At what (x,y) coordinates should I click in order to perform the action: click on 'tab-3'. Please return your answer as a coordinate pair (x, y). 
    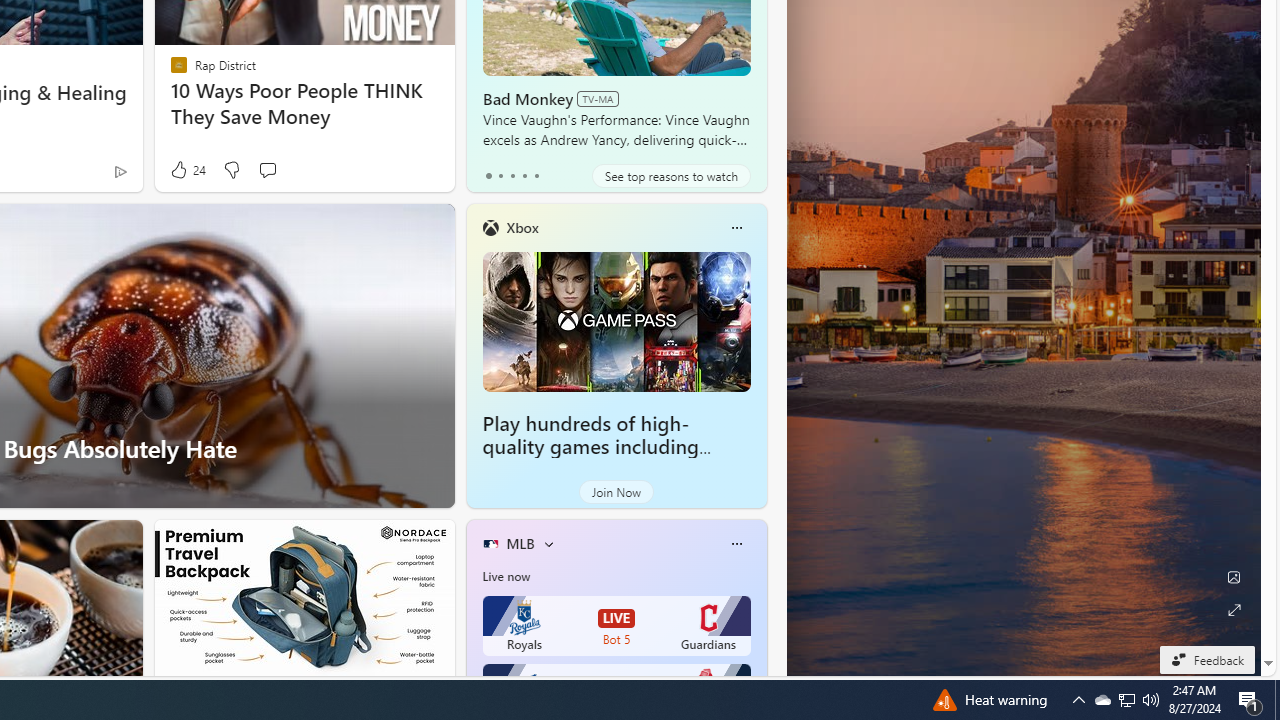
    Looking at the image, I should click on (524, 175).